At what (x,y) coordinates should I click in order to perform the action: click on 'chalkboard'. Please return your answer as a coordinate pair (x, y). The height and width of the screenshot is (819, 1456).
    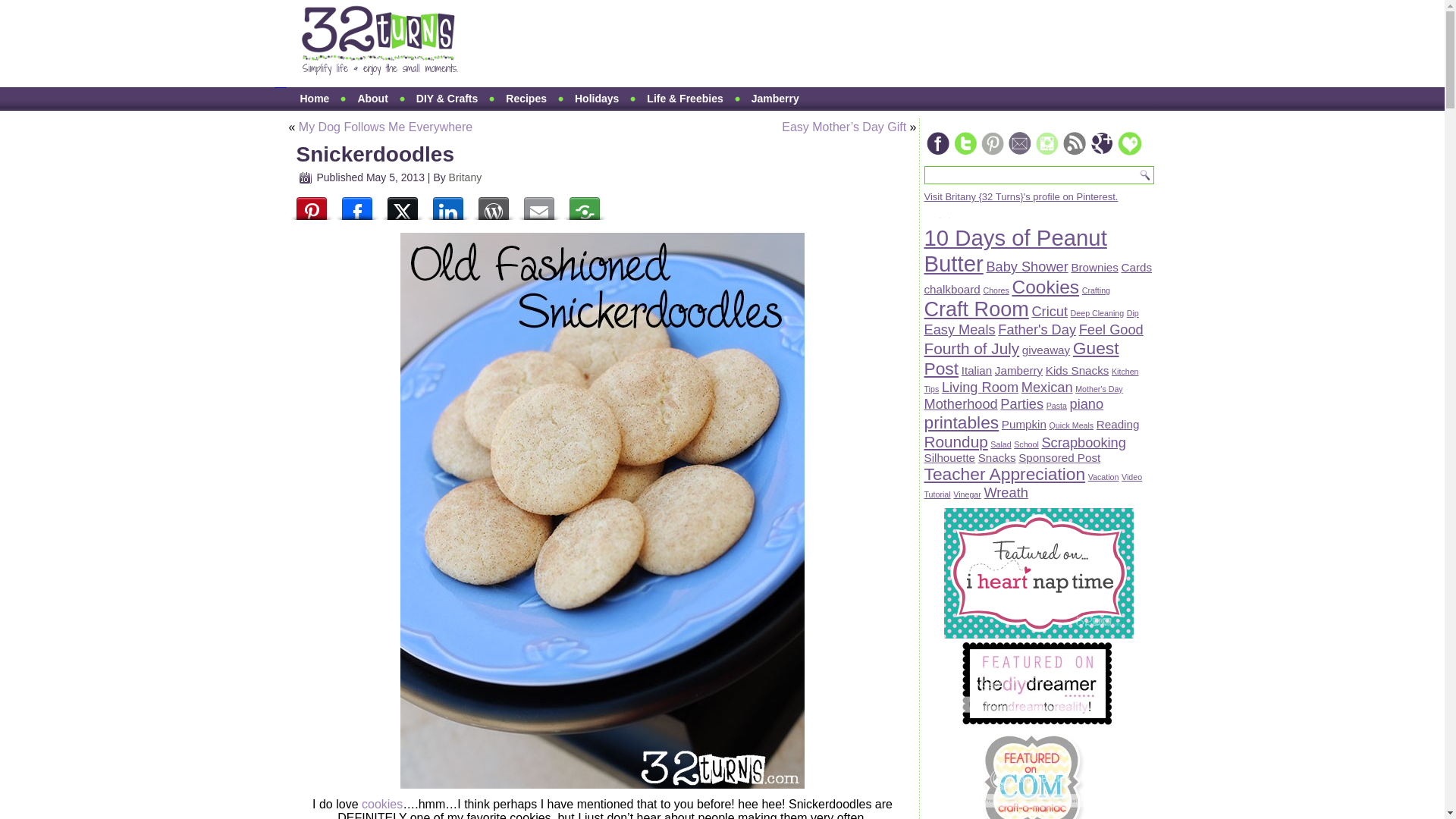
    Looking at the image, I should click on (950, 289).